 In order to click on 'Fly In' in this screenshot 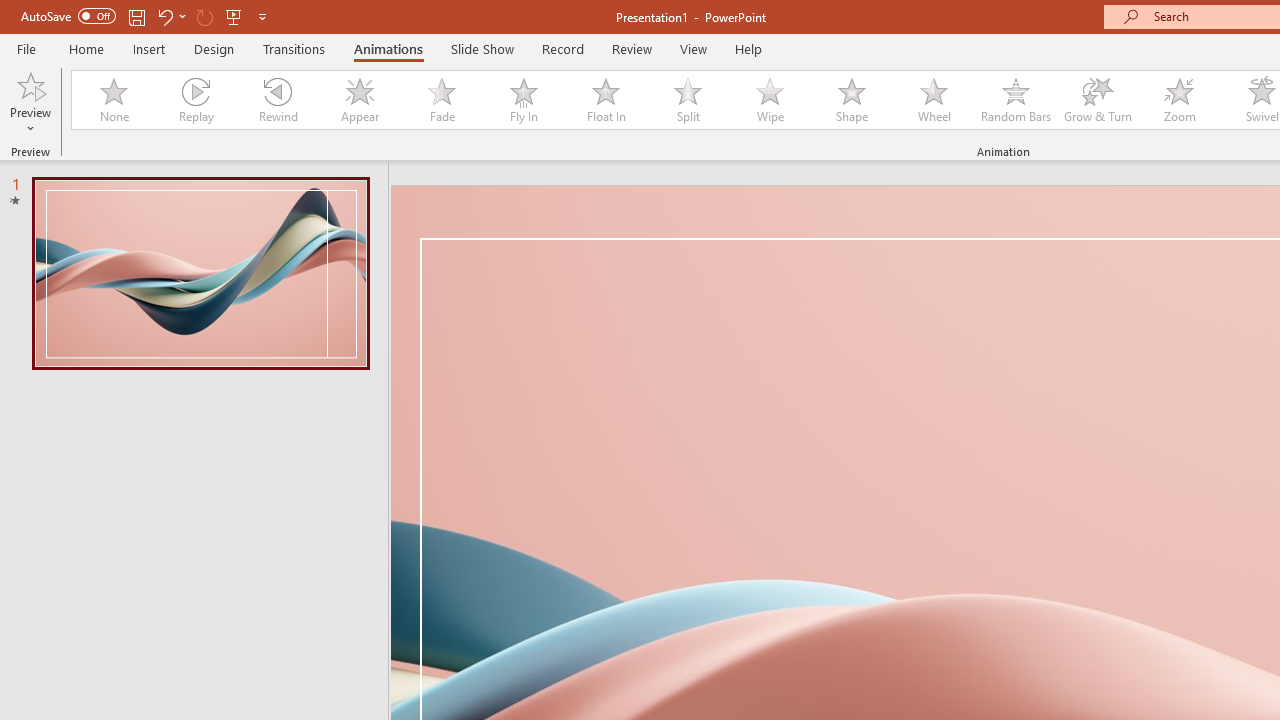, I will do `click(523, 100)`.